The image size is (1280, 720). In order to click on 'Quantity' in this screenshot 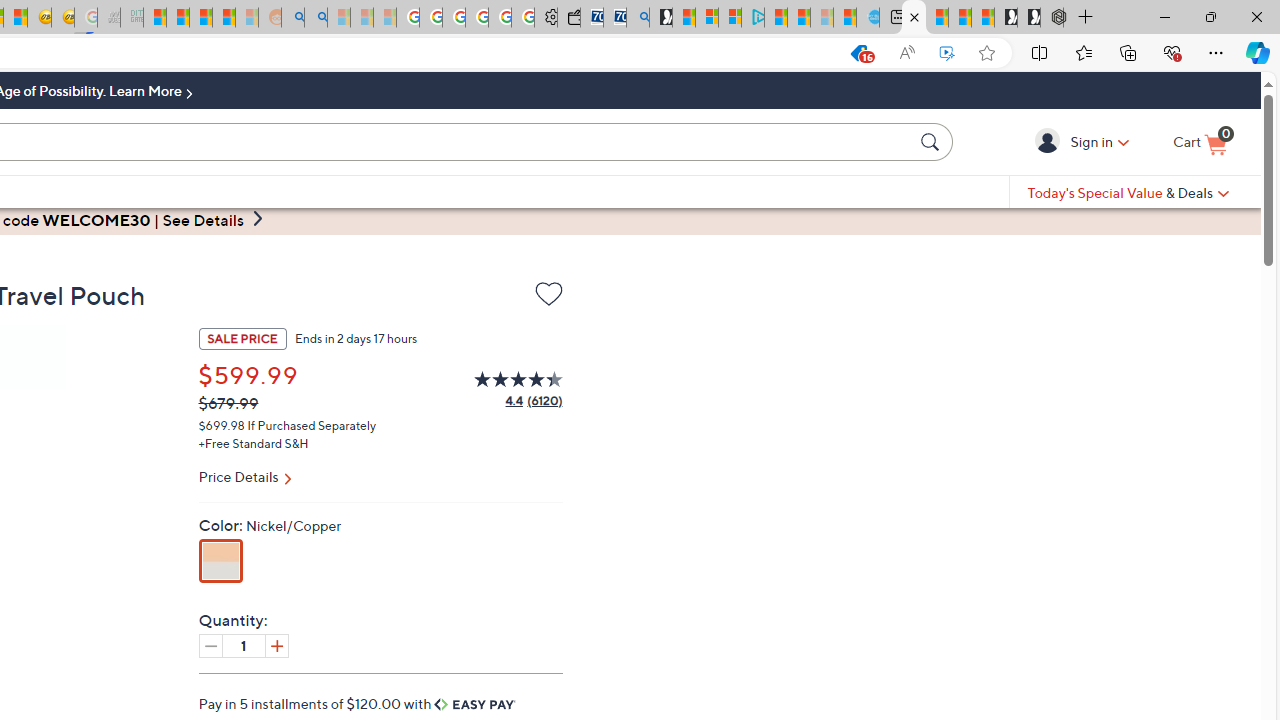, I will do `click(242, 645)`.